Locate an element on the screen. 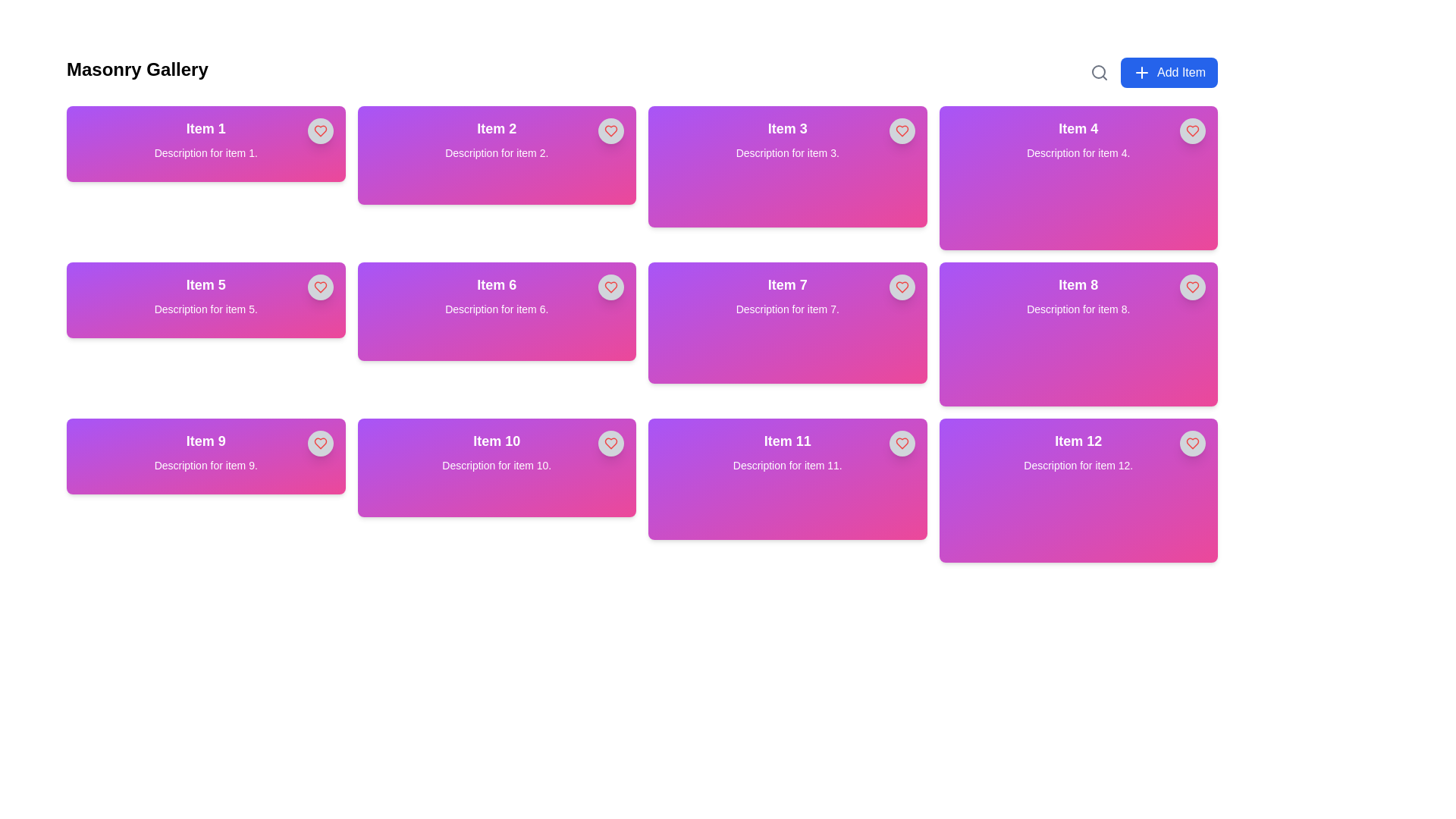 Image resolution: width=1456 pixels, height=819 pixels. the favorite button located in the top-right corner of the 'Item 1' card is located at coordinates (319, 130).